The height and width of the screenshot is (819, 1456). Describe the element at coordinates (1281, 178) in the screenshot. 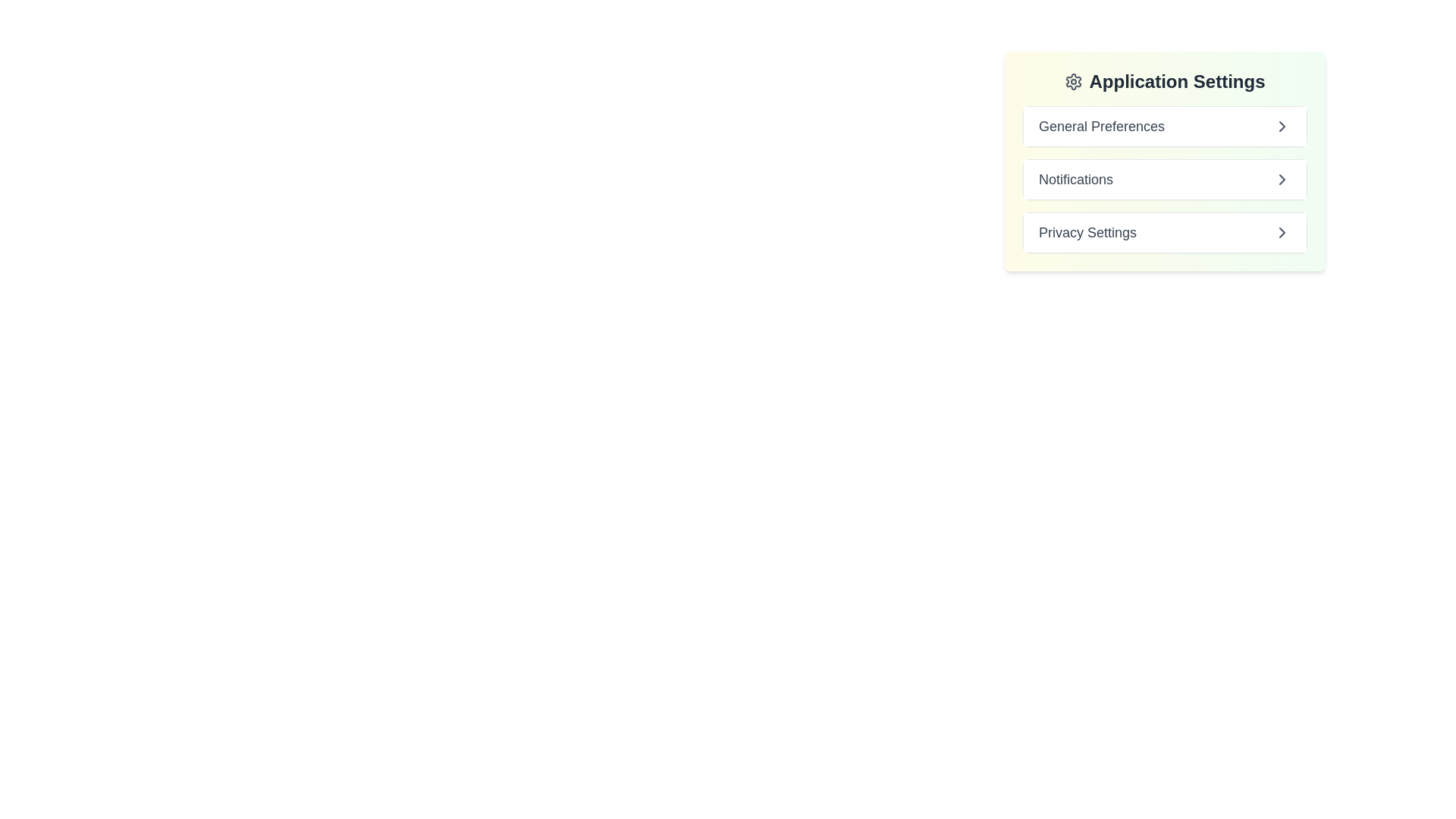

I see `the rightward-pointing chevron icon within the 'Notifications' button` at that location.